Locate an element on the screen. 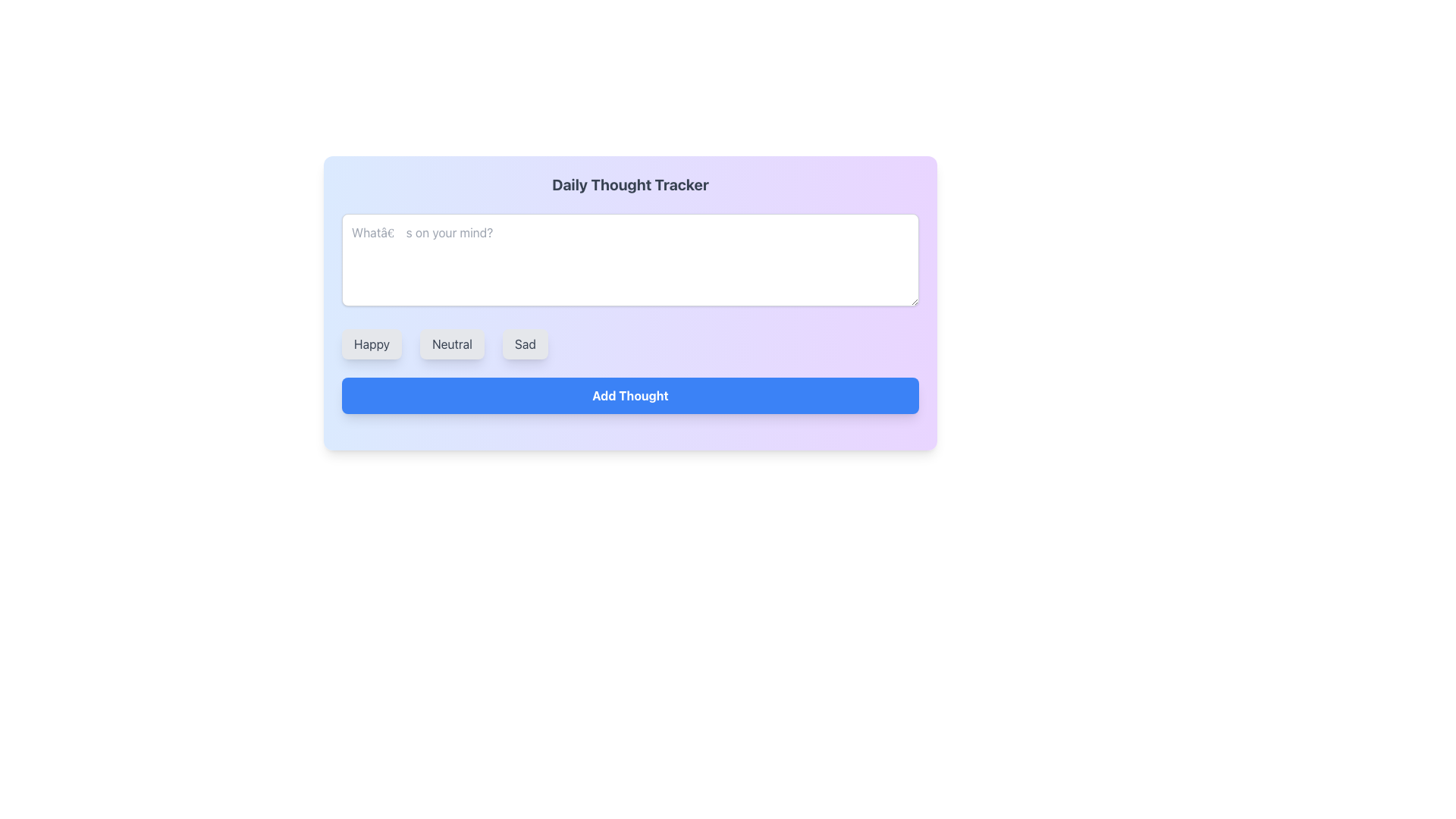 The width and height of the screenshot is (1456, 819). the 'Happy' button, which is a rectangular button with rounded corners, filled with a light gray background and contains the text 'Happy' in medium-dark gray font, positioned below the input textbox labeled 'What's on your mind?' is located at coordinates (372, 344).